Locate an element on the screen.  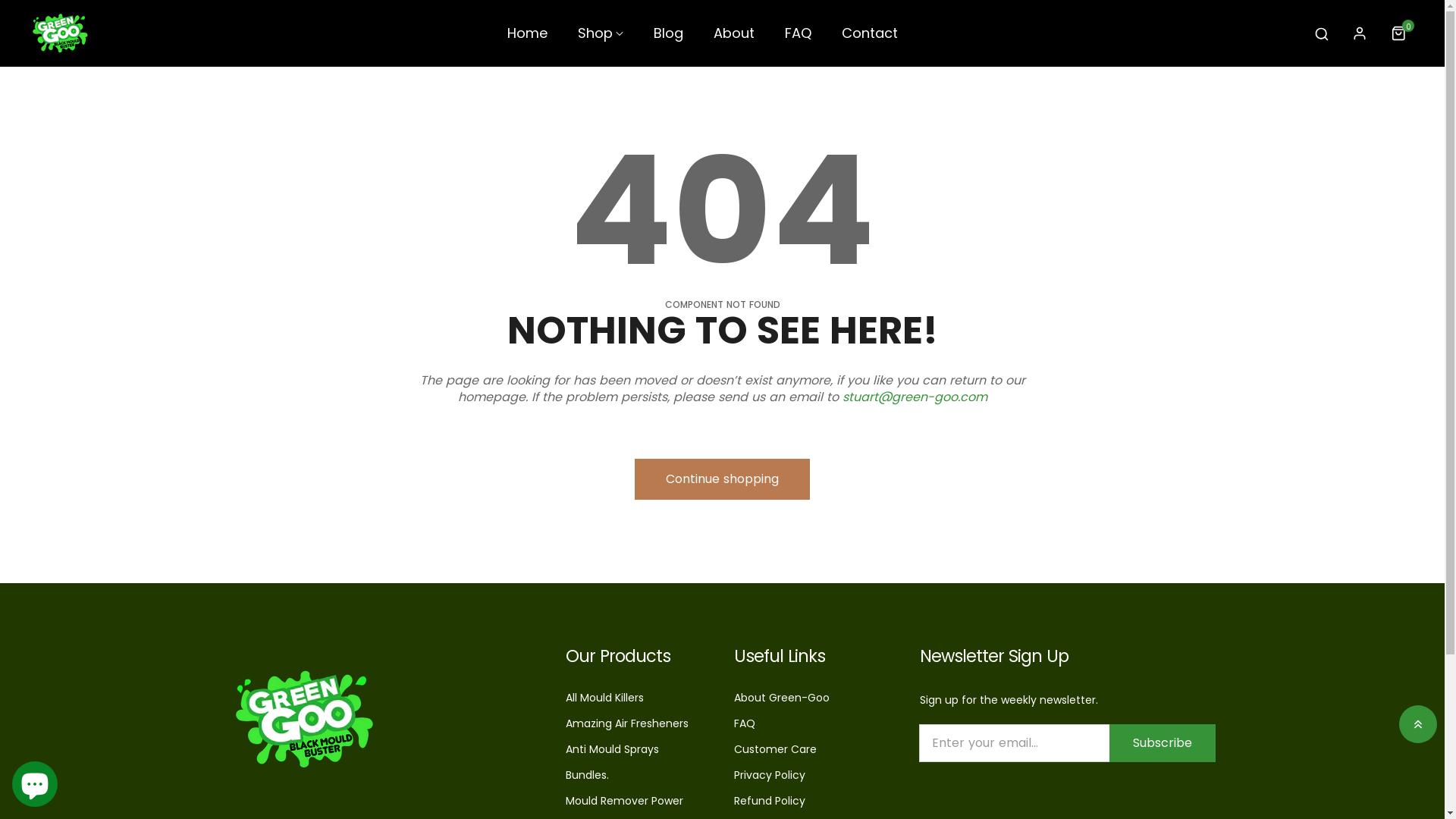
'Subscribe' is located at coordinates (1160, 742).